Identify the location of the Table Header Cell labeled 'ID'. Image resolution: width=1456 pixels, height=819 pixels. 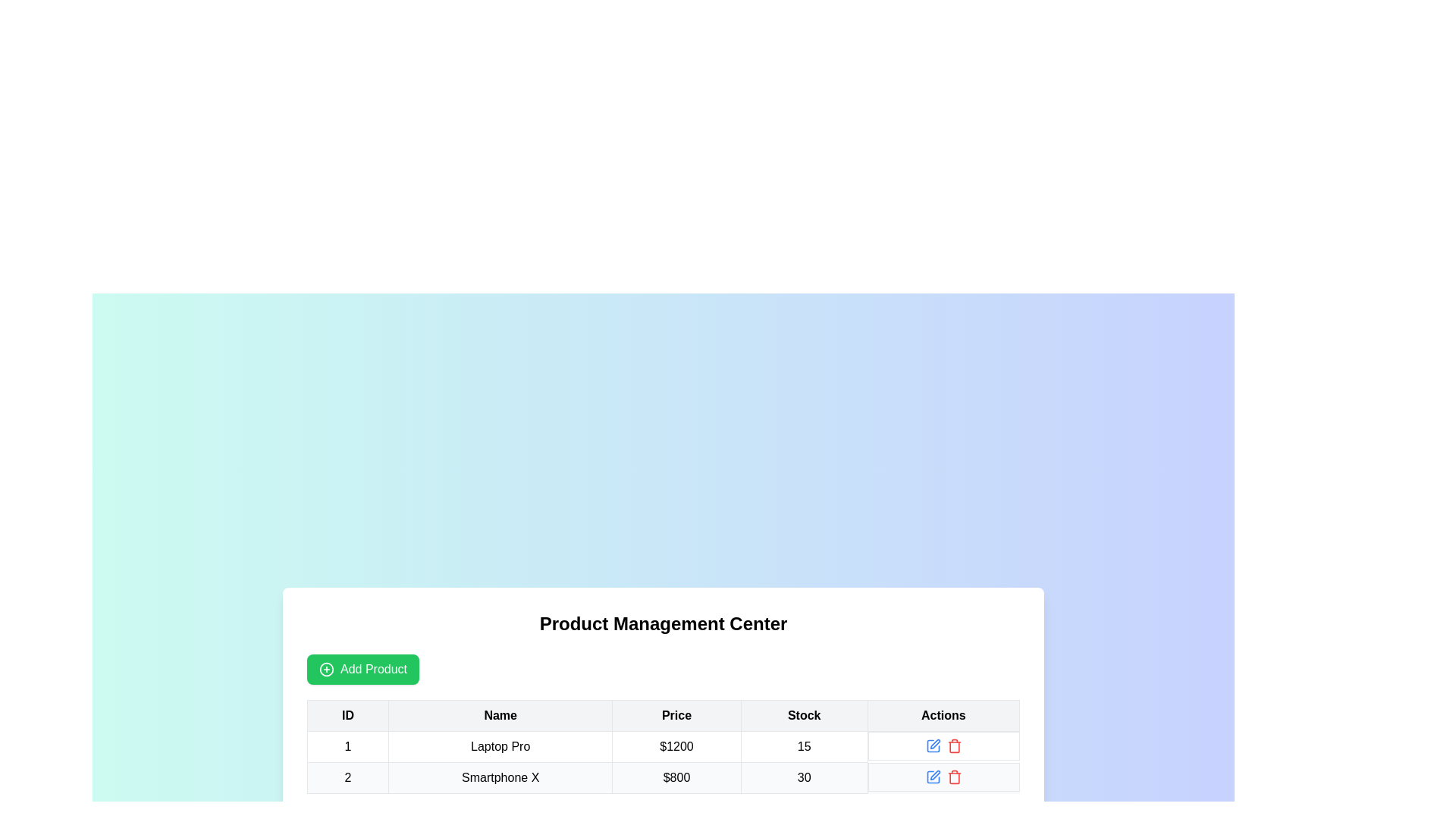
(347, 716).